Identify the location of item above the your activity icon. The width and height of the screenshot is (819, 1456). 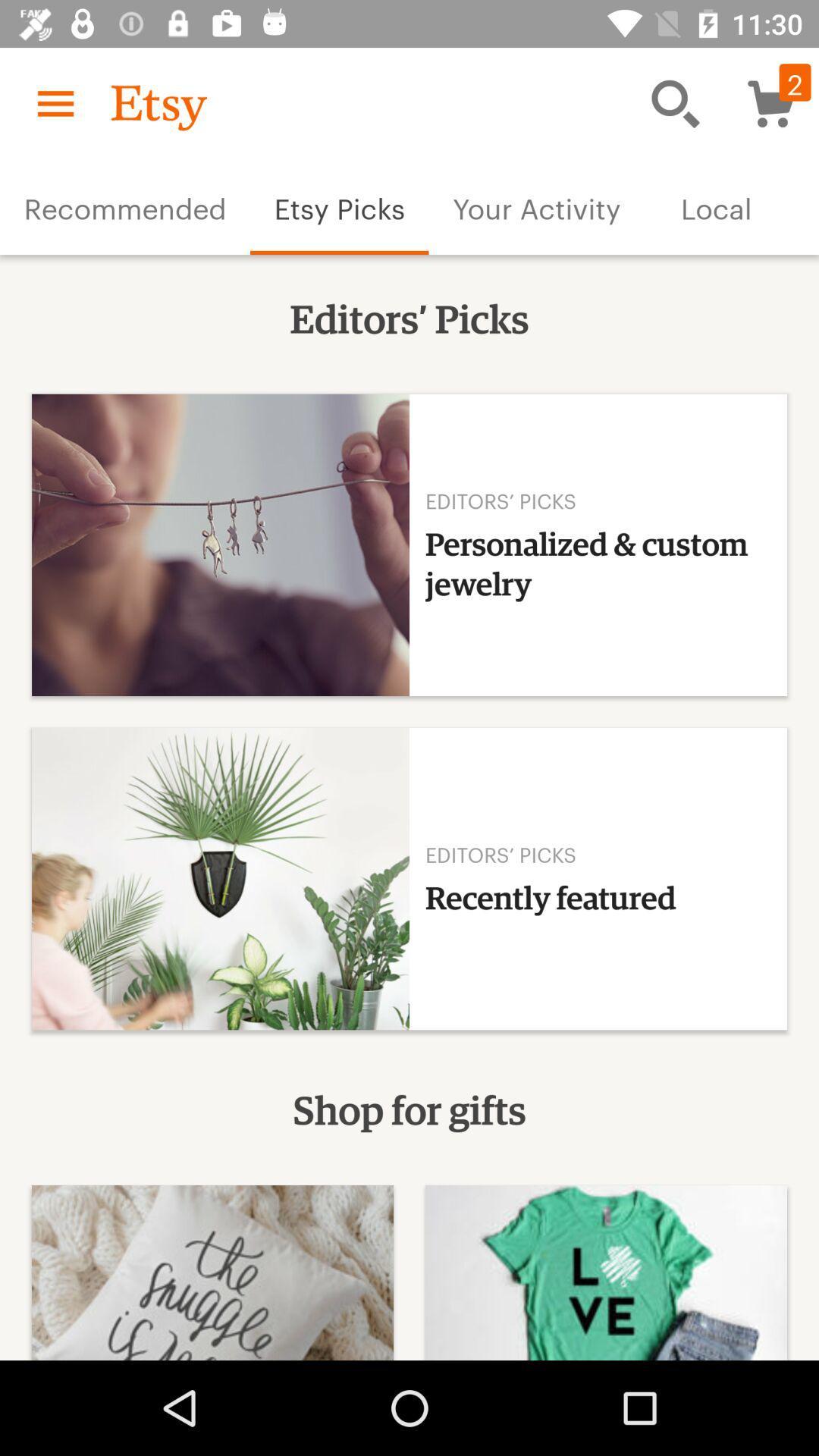
(675, 102).